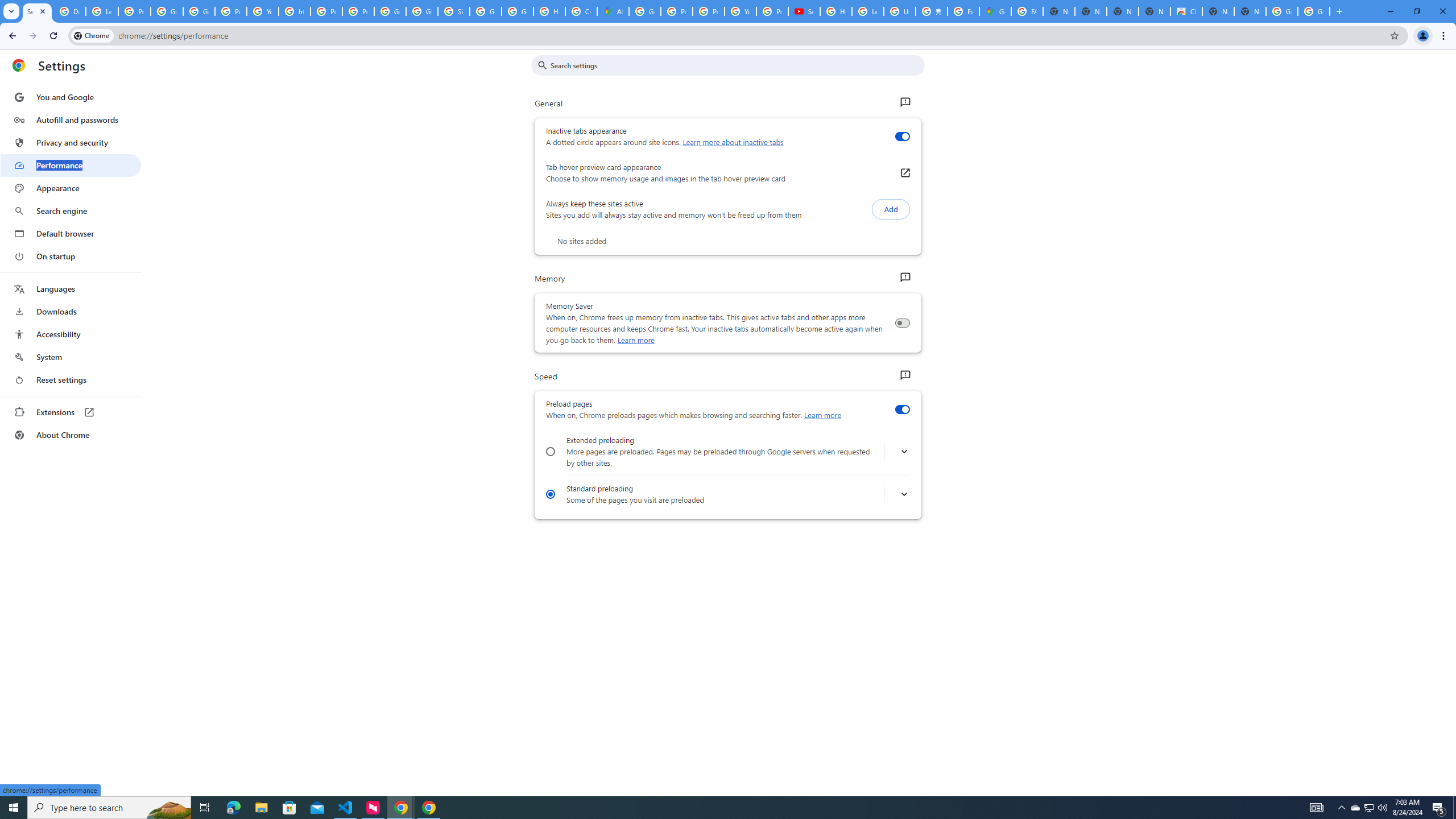 The width and height of the screenshot is (1456, 819). I want to click on 'Privacy and security', so click(70, 142).